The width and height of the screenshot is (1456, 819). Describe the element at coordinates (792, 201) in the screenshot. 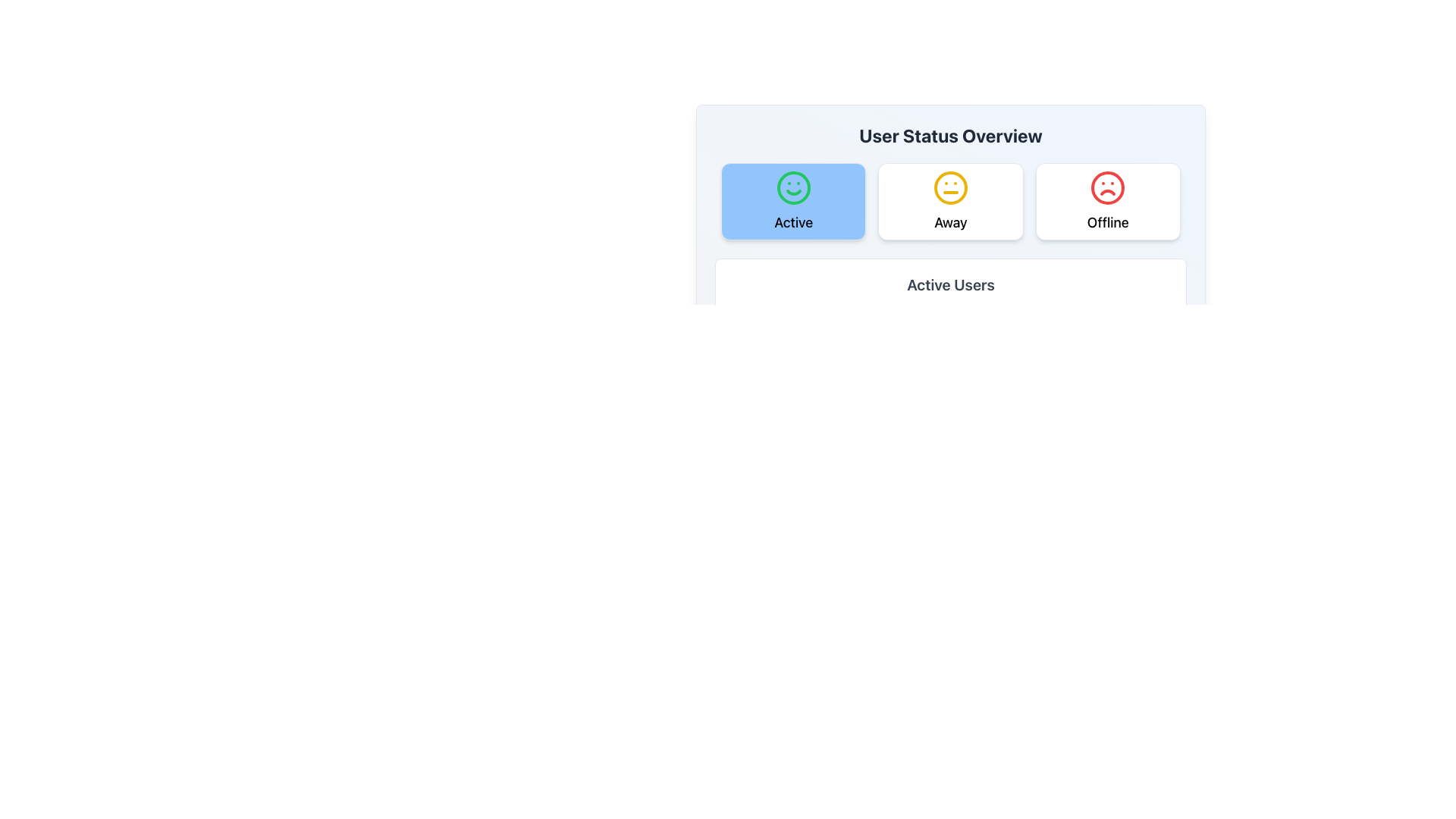

I see `the 'Active' status indicator button to trigger the hover effect` at that location.